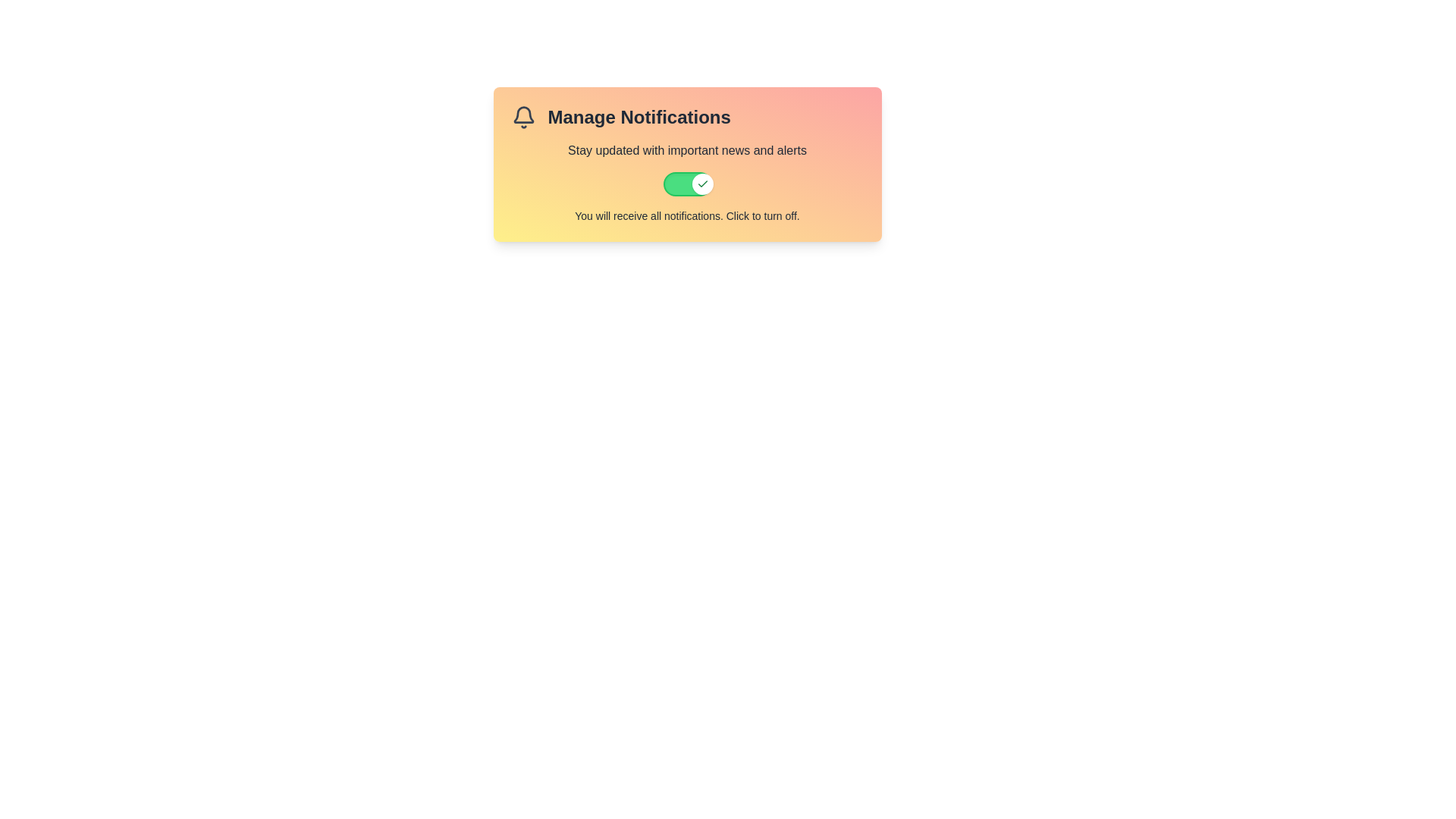 The width and height of the screenshot is (1456, 819). Describe the element at coordinates (639, 116) in the screenshot. I see `the header of the notification management card, which is styled as a static text label and serves as the title, positioned centrally at the top of the card` at that location.